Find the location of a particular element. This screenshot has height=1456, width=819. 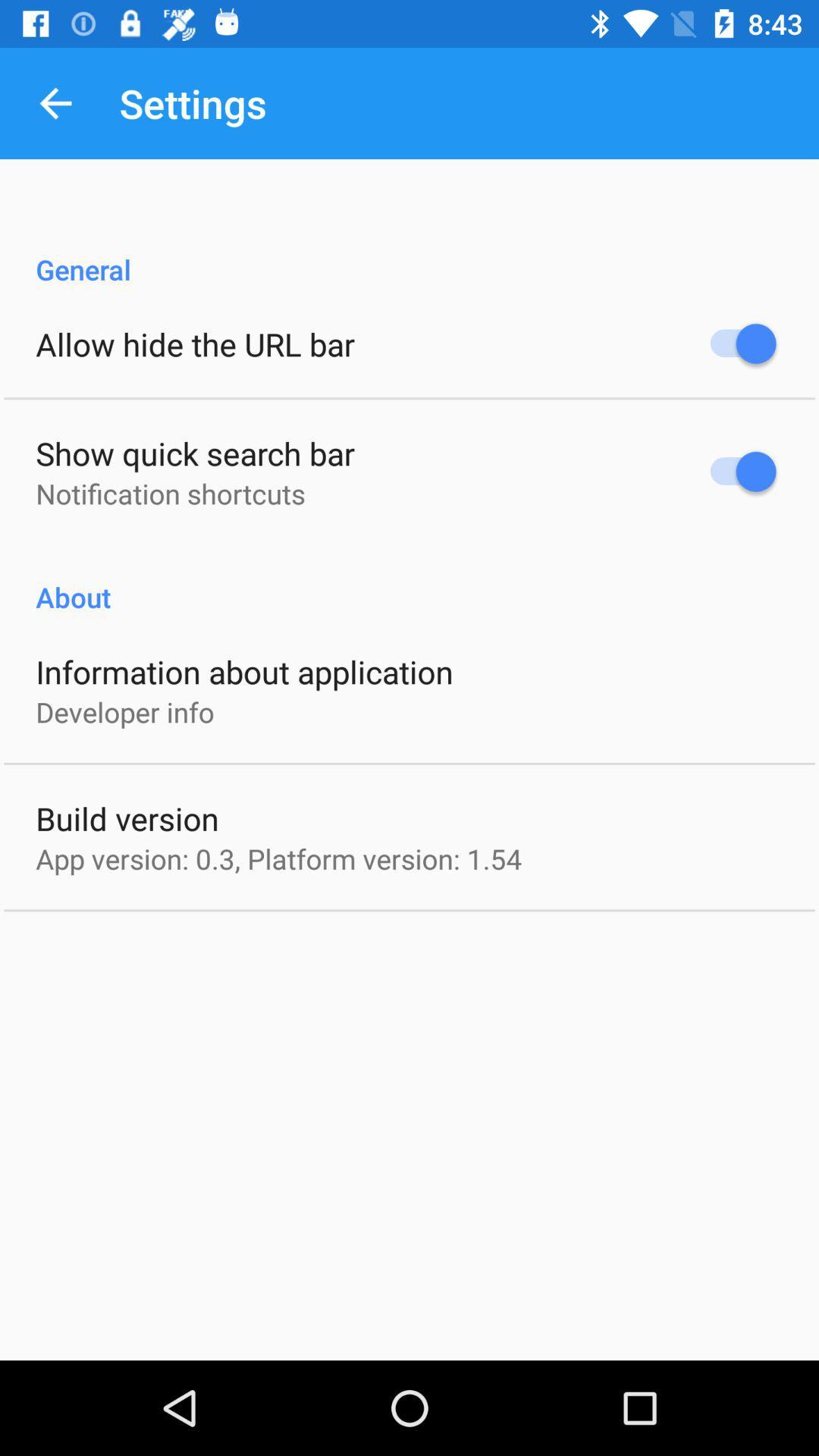

icon above the build version icon is located at coordinates (124, 711).